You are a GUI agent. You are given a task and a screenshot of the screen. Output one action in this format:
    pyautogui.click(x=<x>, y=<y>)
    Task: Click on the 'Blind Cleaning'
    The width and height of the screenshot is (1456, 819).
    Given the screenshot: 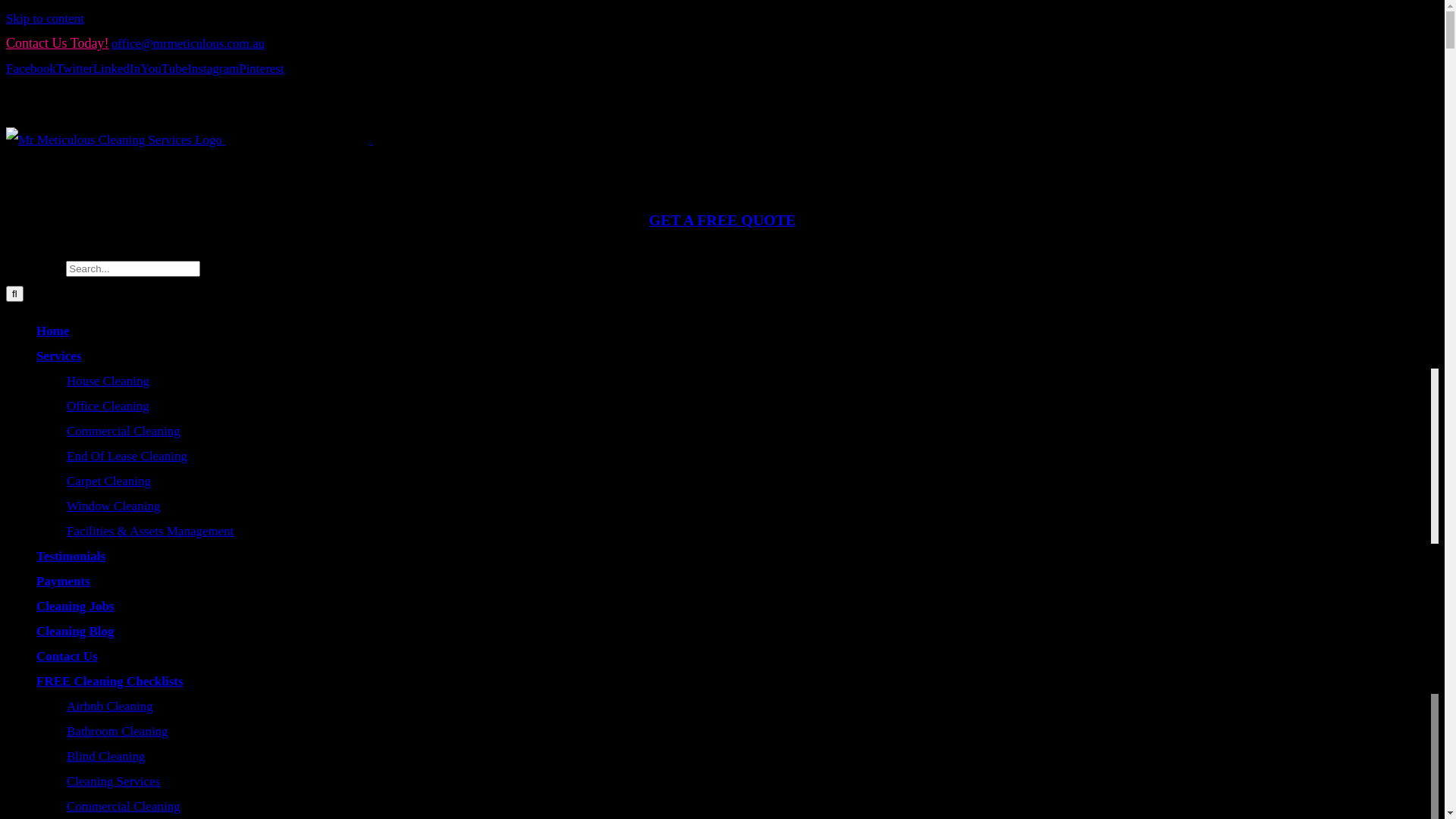 What is the action you would take?
    pyautogui.click(x=105, y=756)
    